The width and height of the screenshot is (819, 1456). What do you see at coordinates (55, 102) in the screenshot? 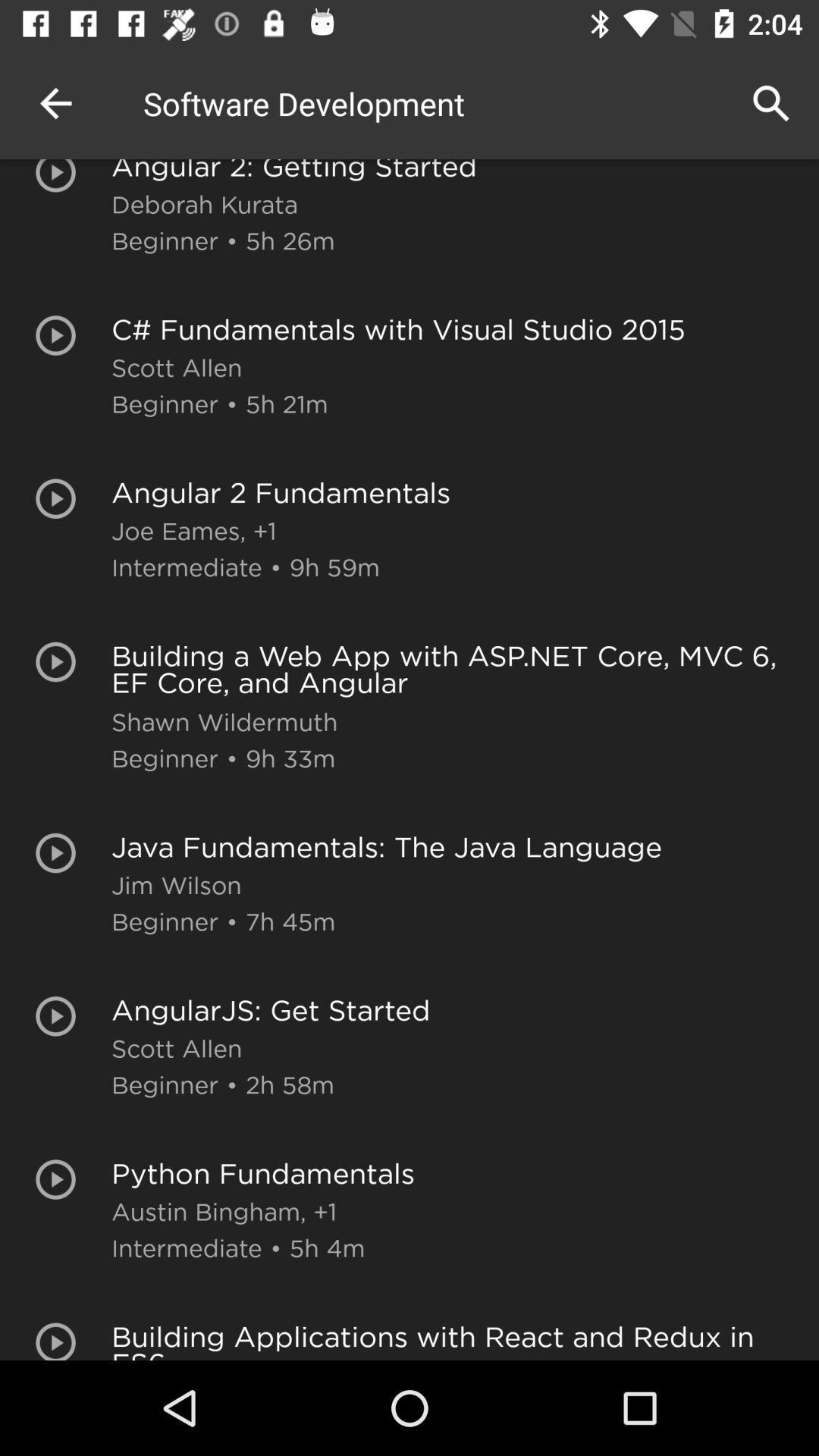
I see `the icon to the left of angular 2 getting item` at bounding box center [55, 102].